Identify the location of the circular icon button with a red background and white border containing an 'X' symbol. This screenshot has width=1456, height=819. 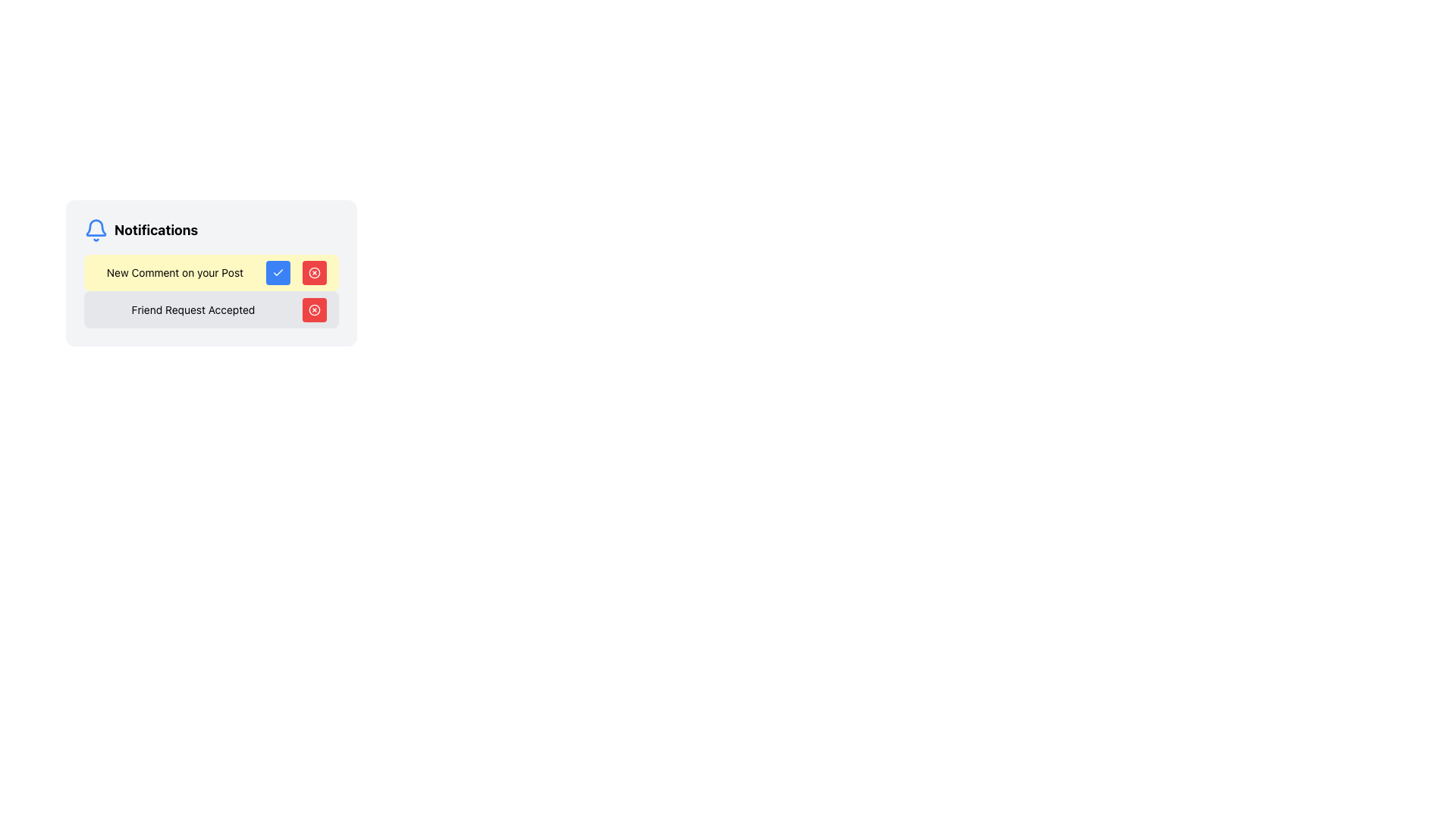
(313, 309).